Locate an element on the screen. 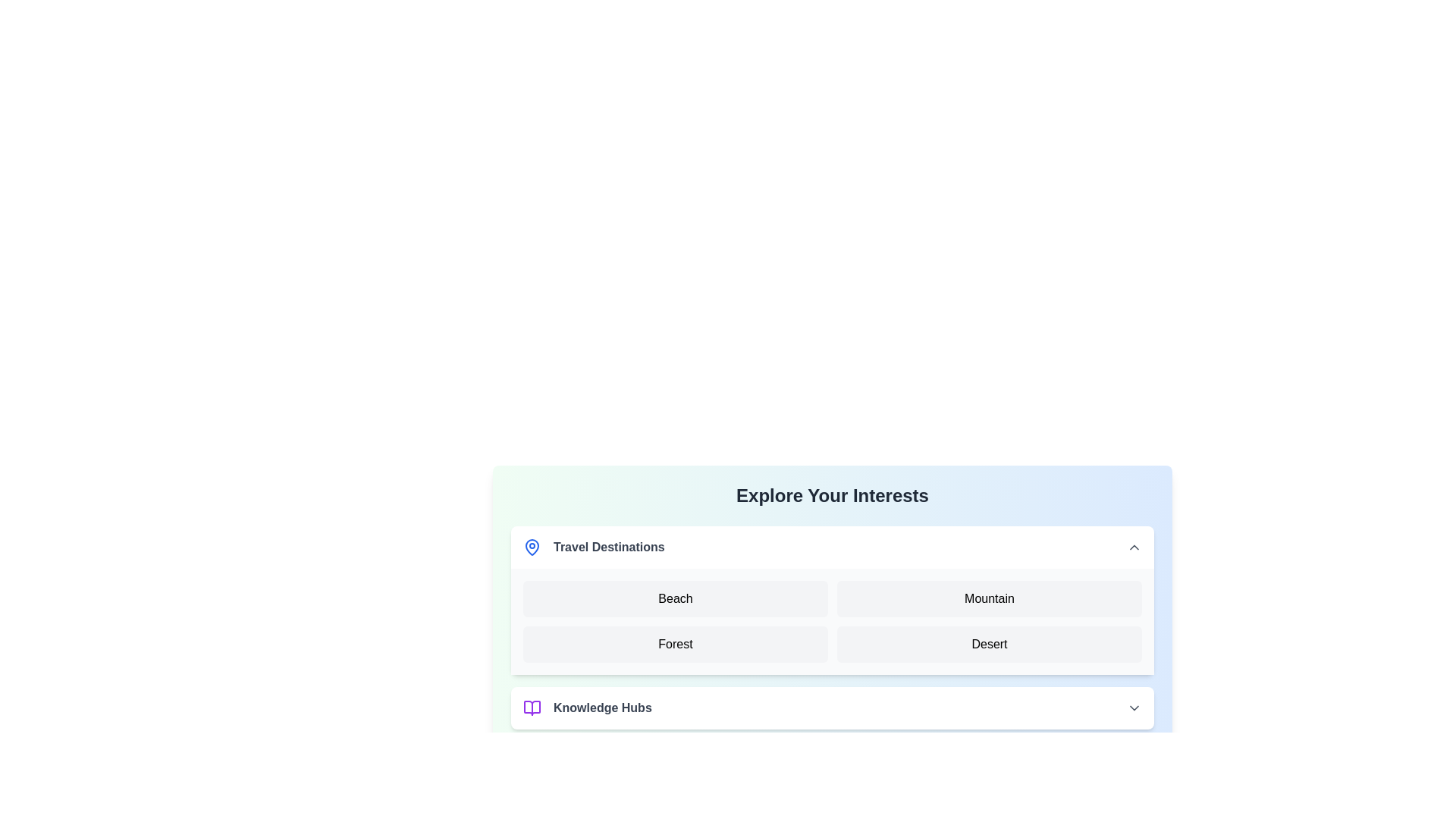 Image resolution: width=1456 pixels, height=819 pixels. text on the 'Desert' category tile located in the second row and second column of the grid interface is located at coordinates (990, 644).